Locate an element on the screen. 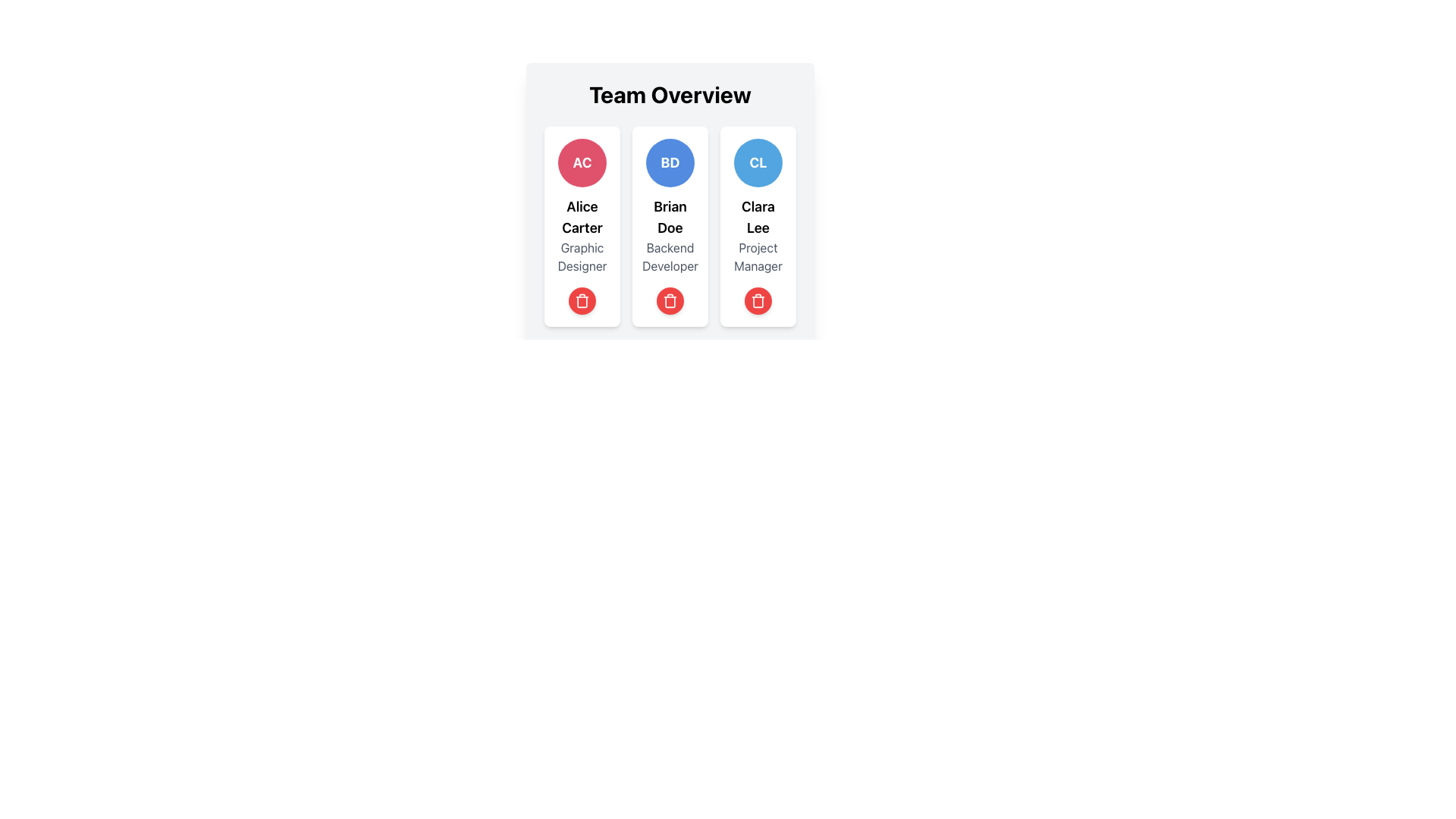 Image resolution: width=1456 pixels, height=819 pixels. the job title label for 'Alice Carter' located in the leftmost card of the three-card layout, positioned below the name and above the delete icon is located at coordinates (582, 256).